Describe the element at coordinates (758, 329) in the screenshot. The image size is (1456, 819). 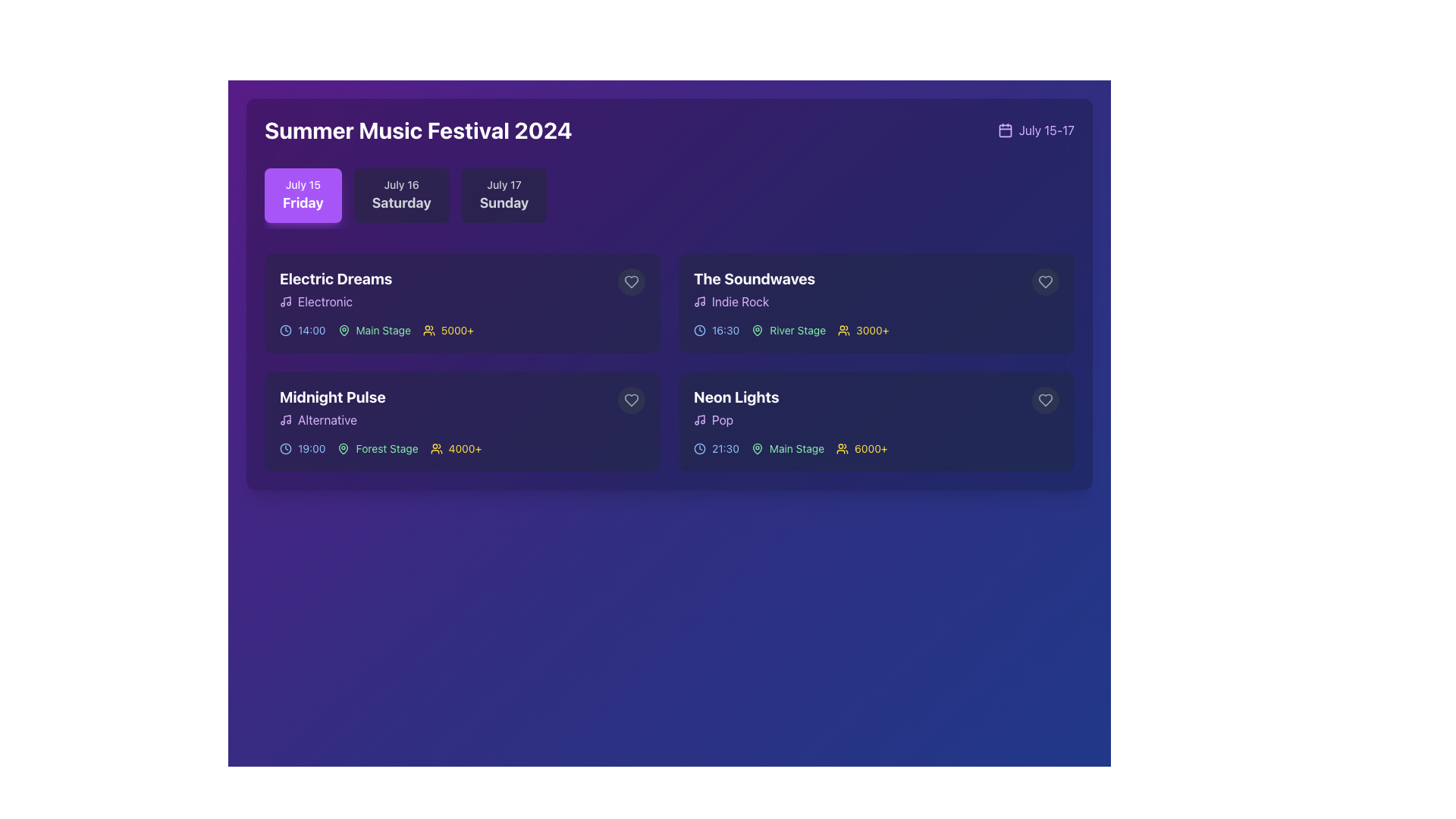
I see `the map pin icon located to the left of the text 'River Stage' within the card labeled 'The Soundwaves', which serves as a visual cue for the stage's identification` at that location.